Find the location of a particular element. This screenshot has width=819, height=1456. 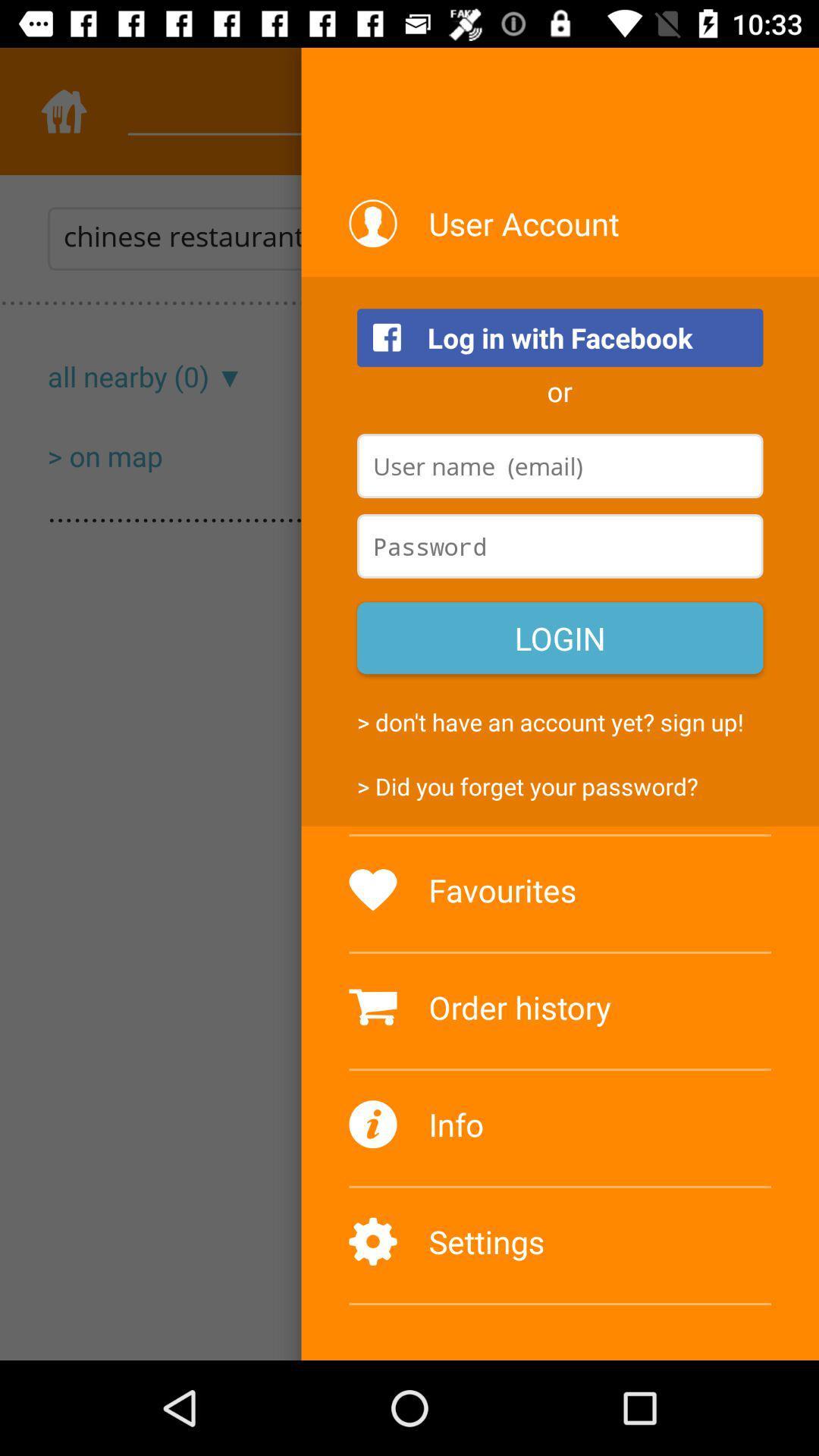

the home icon is located at coordinates (63, 111).